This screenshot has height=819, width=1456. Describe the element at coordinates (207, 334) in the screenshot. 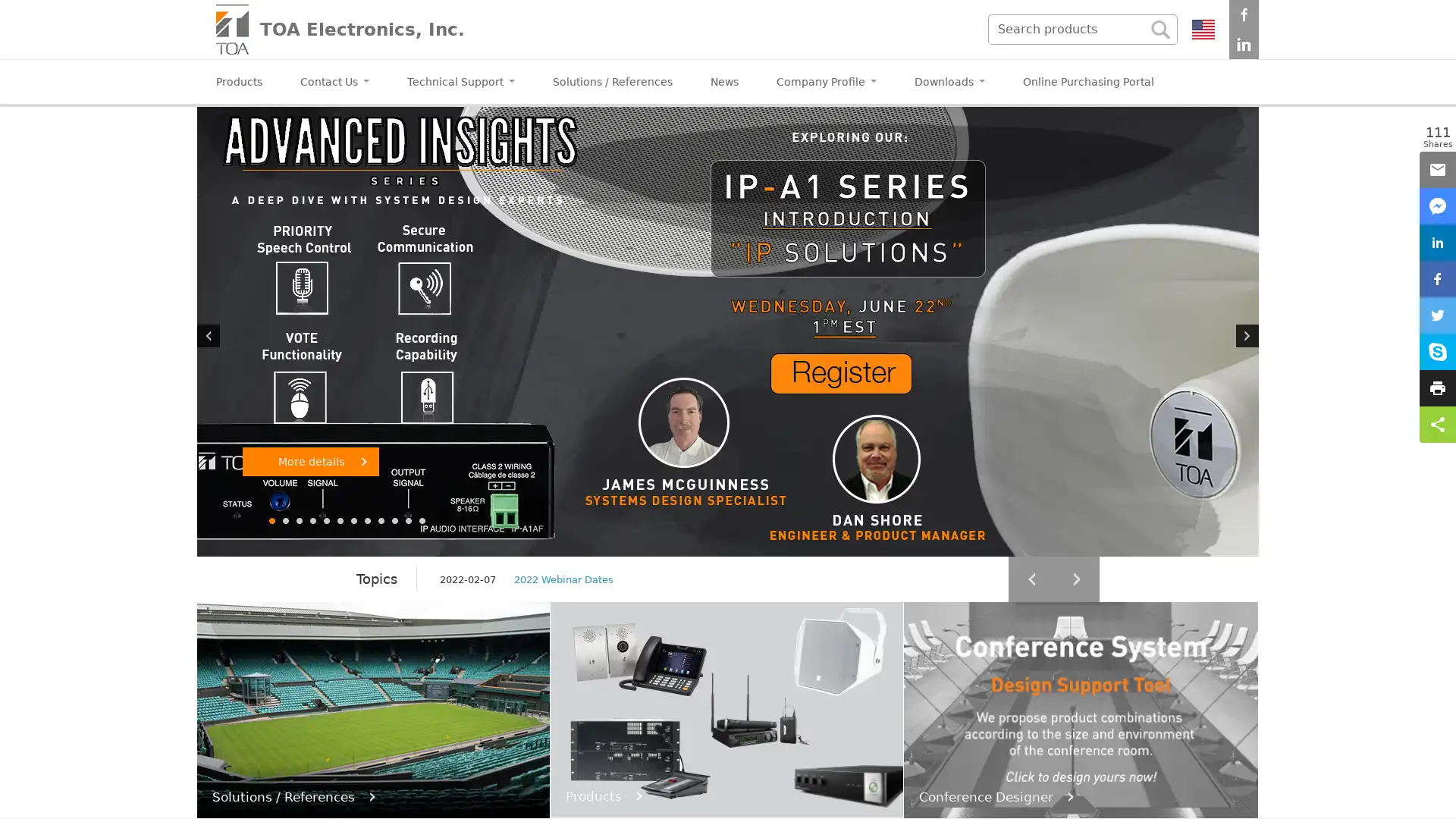

I see `Previous` at that location.